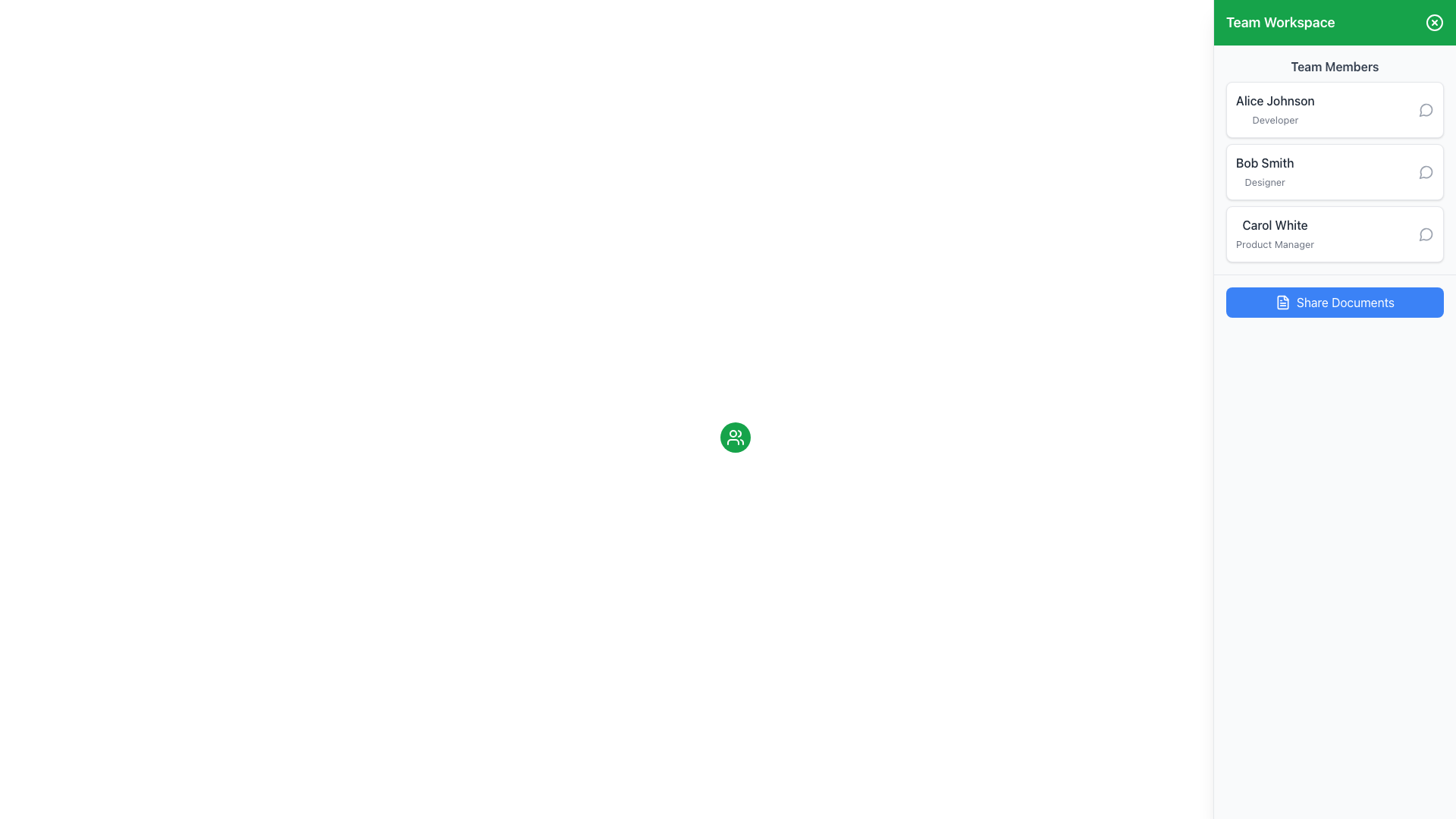  I want to click on the text label reading 'Bob Smith' in the 'Team Members' section of the sidebar interface, so click(1265, 163).